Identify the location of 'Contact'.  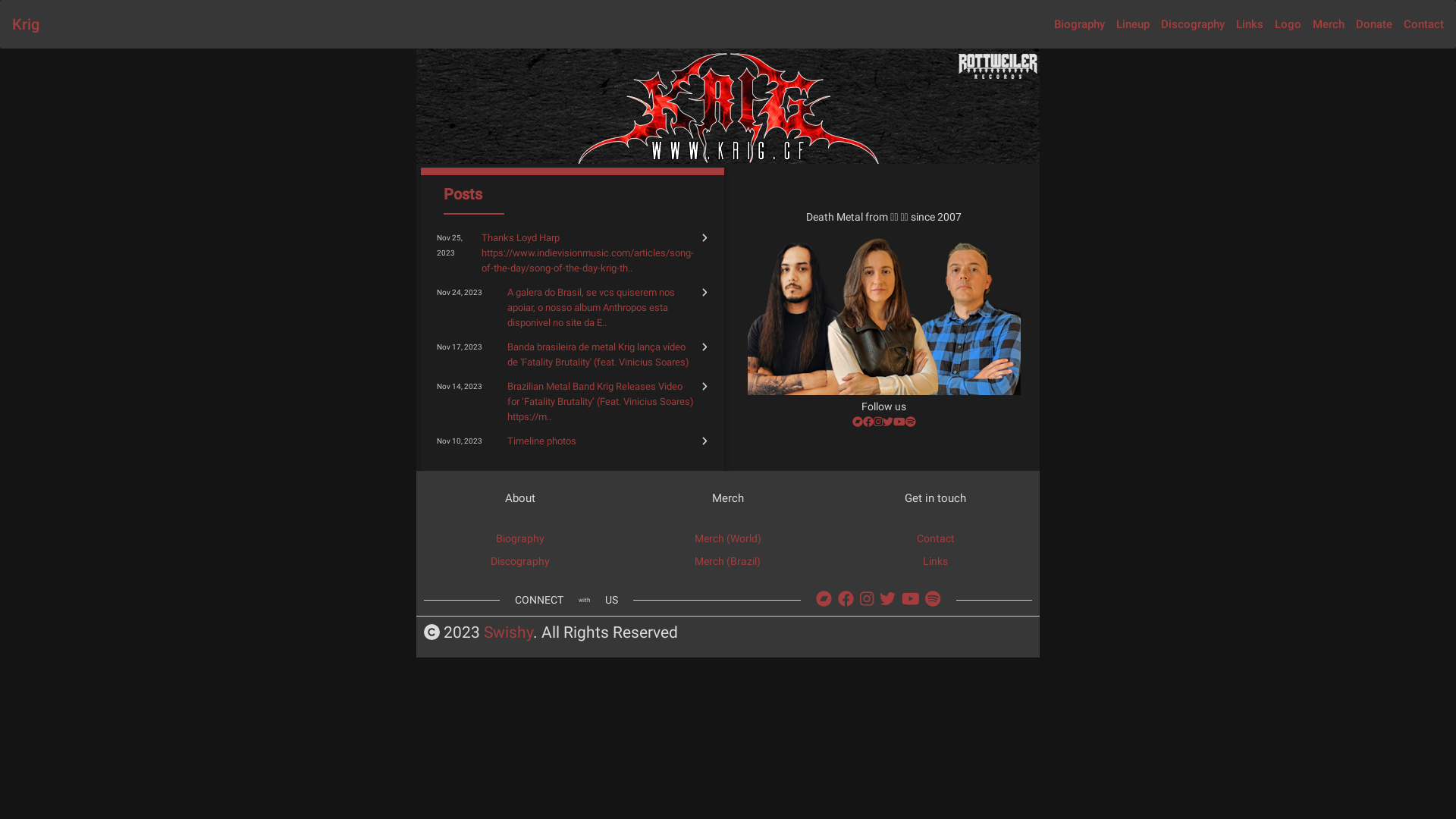
(1423, 24).